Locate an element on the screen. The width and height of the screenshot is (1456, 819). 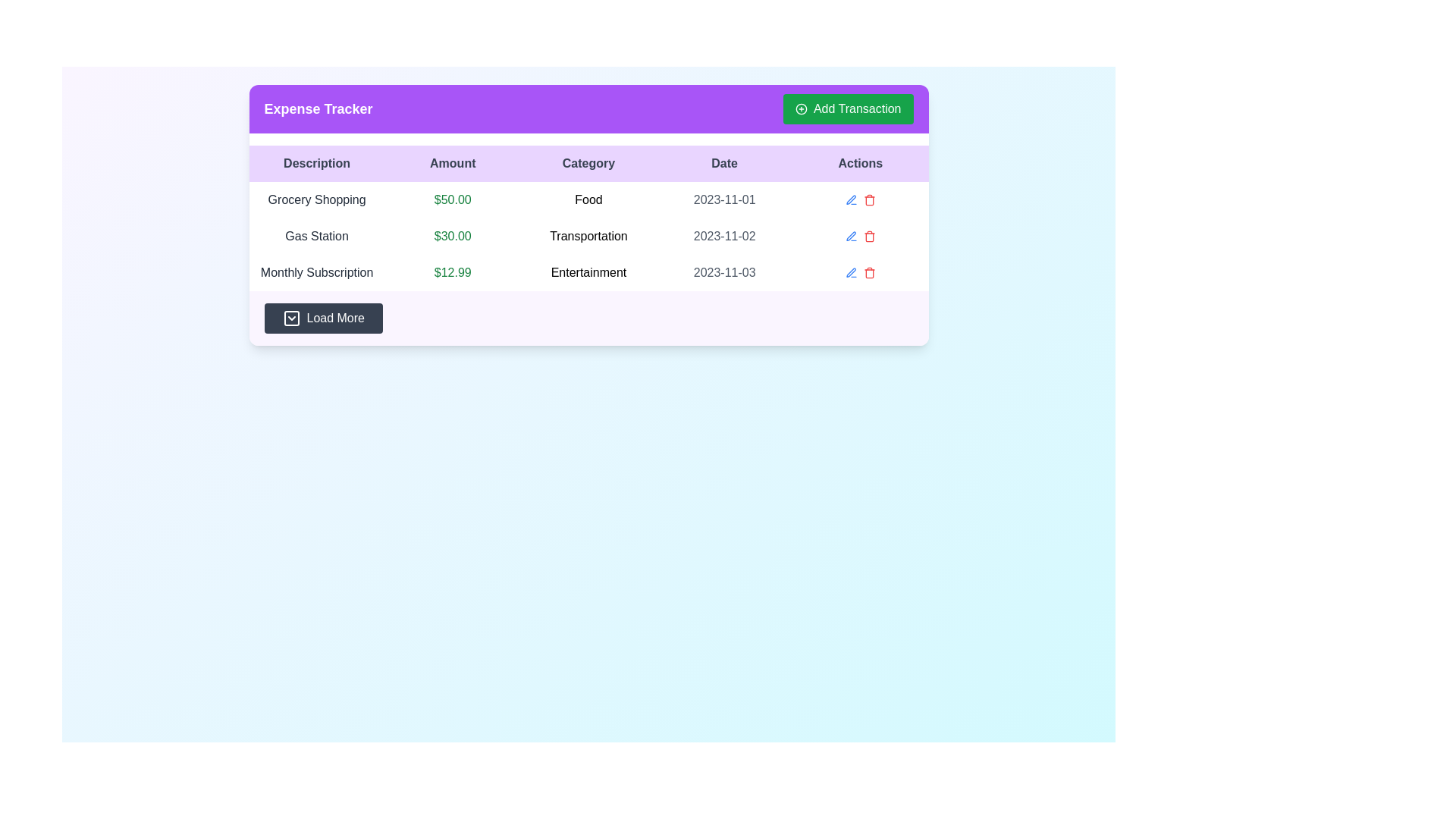
the table header row with a purple background and gray text, which contains the labels 'Description', 'Amount', 'Category', 'Date', and 'Actions' is located at coordinates (588, 164).